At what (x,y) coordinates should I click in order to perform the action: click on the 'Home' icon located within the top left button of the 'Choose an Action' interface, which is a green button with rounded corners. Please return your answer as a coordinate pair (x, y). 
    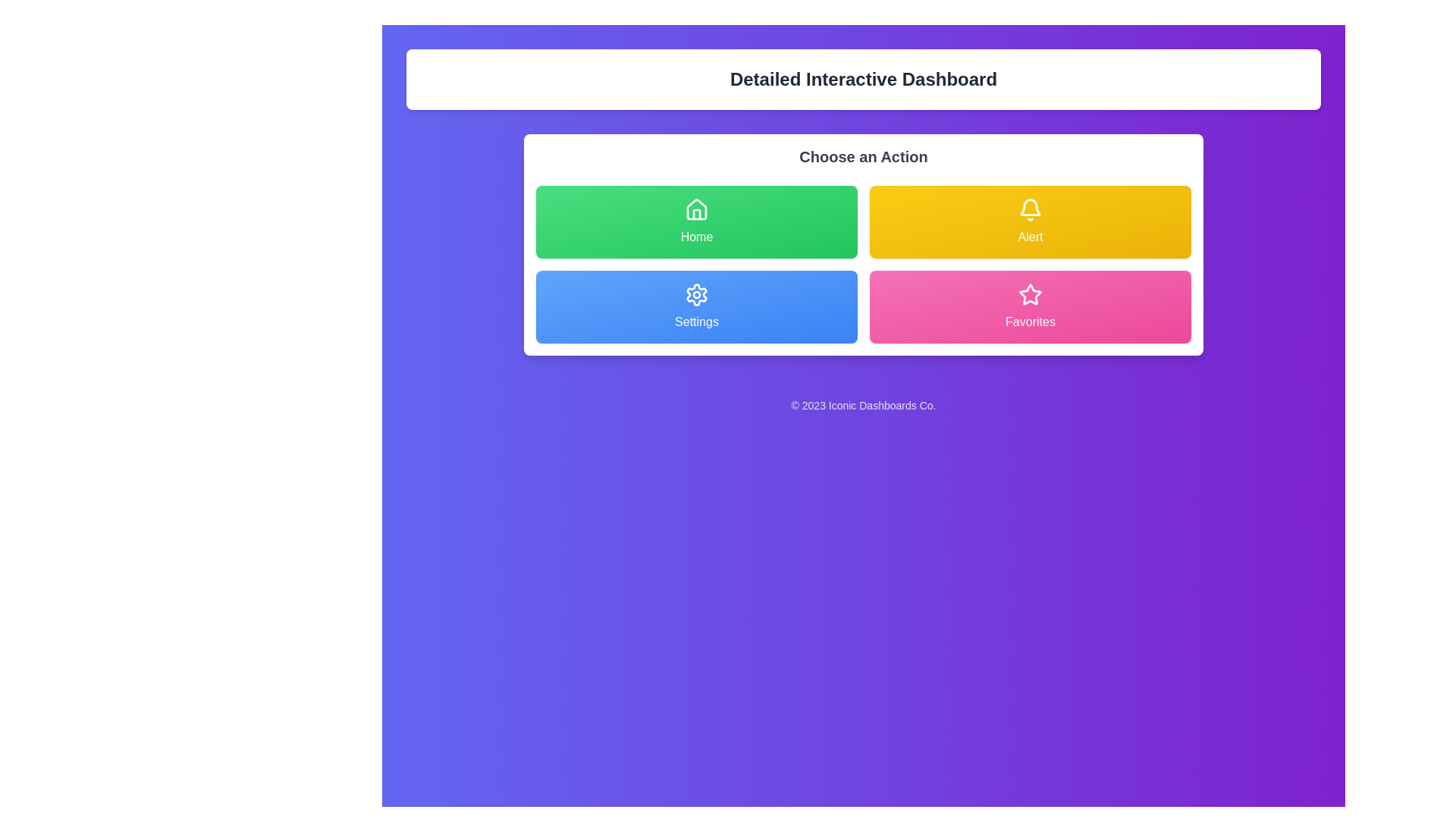
    Looking at the image, I should click on (695, 210).